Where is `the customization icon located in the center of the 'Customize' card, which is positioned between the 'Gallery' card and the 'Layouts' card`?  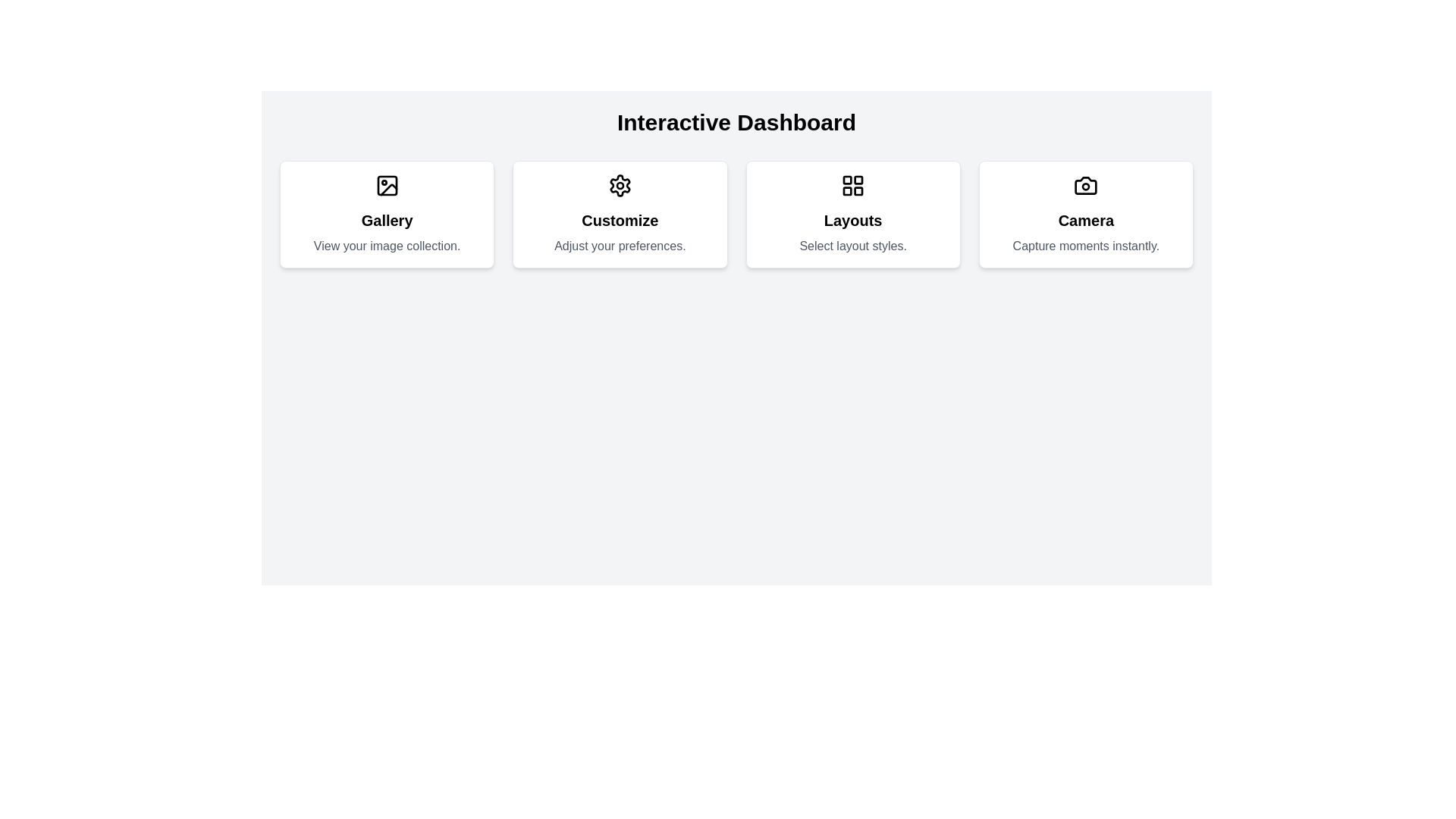
the customization icon located in the center of the 'Customize' card, which is positioned between the 'Gallery' card and the 'Layouts' card is located at coordinates (620, 185).